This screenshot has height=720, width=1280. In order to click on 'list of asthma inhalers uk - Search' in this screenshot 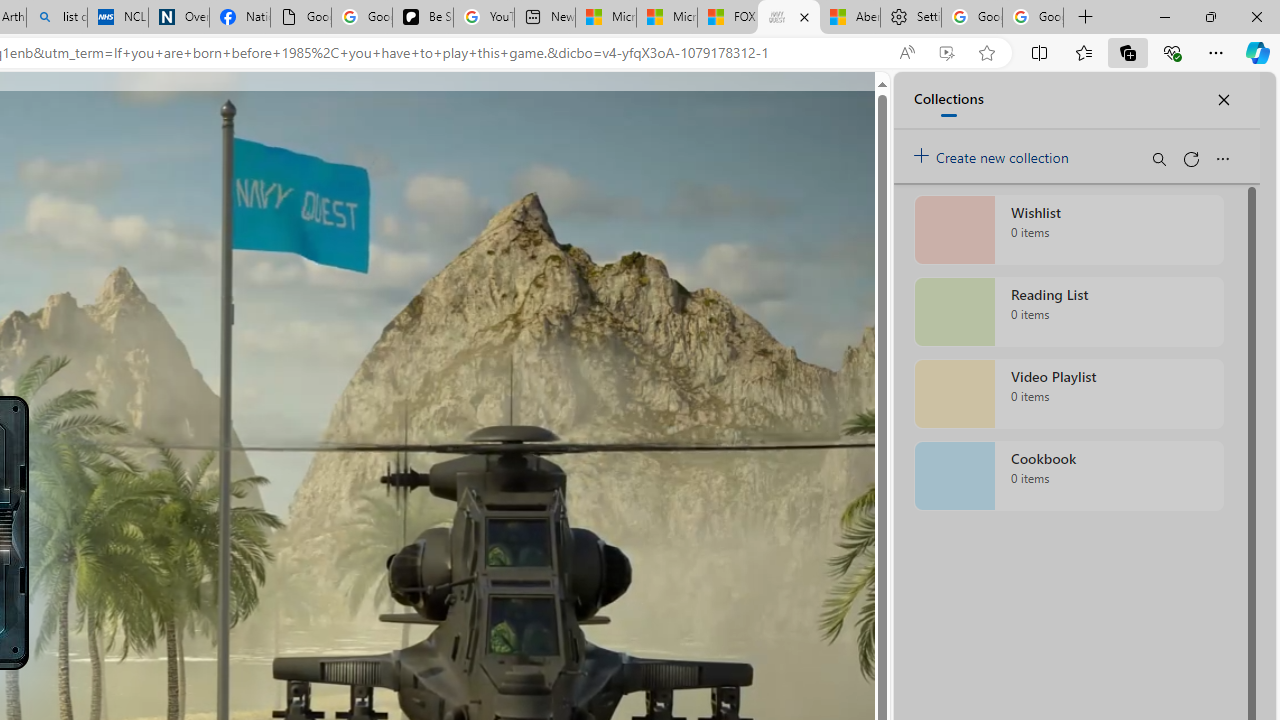, I will do `click(56, 17)`.